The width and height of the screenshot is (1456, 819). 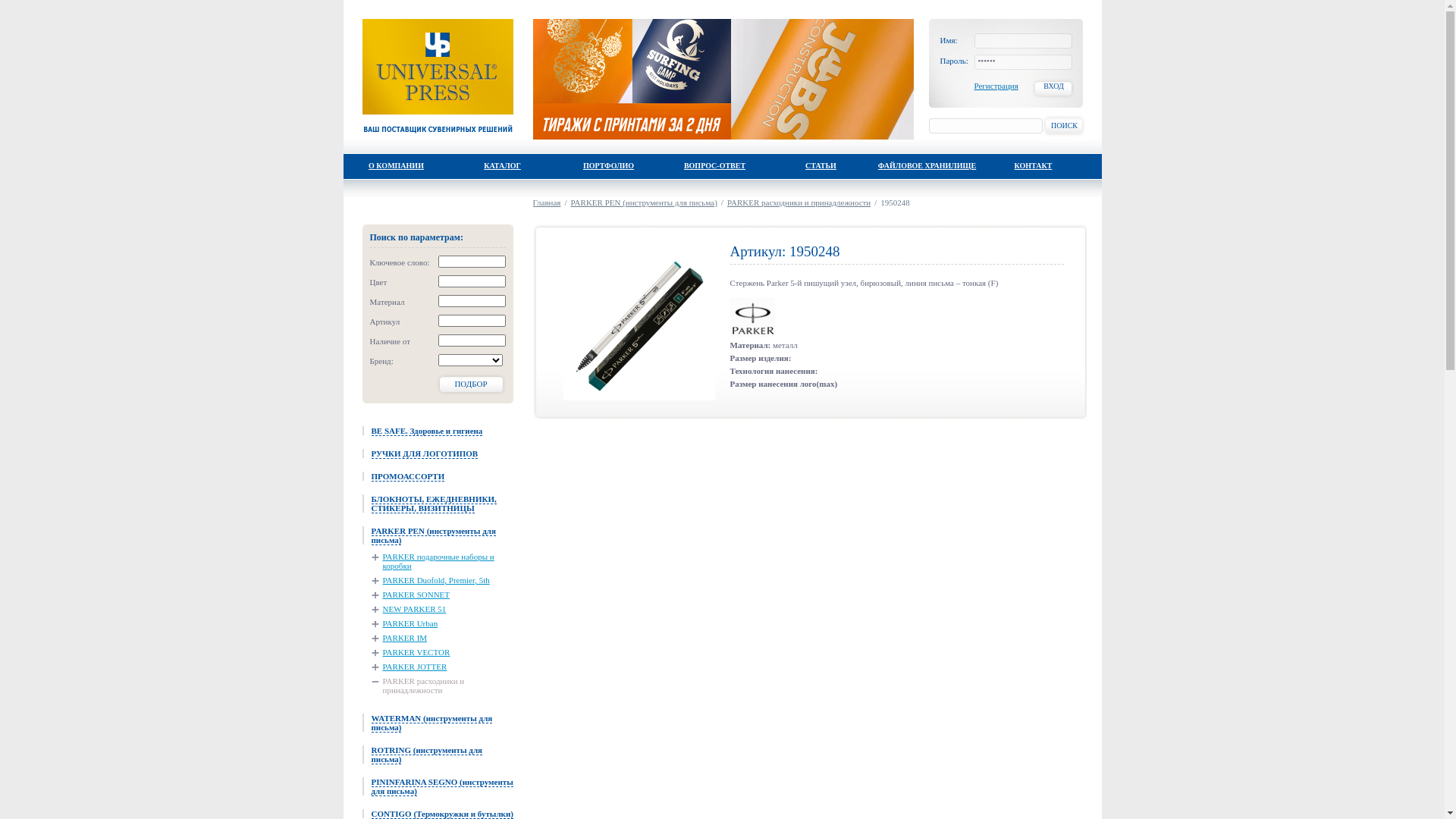 What do you see at coordinates (400, 637) in the screenshot?
I see `'PARKER IM'` at bounding box center [400, 637].